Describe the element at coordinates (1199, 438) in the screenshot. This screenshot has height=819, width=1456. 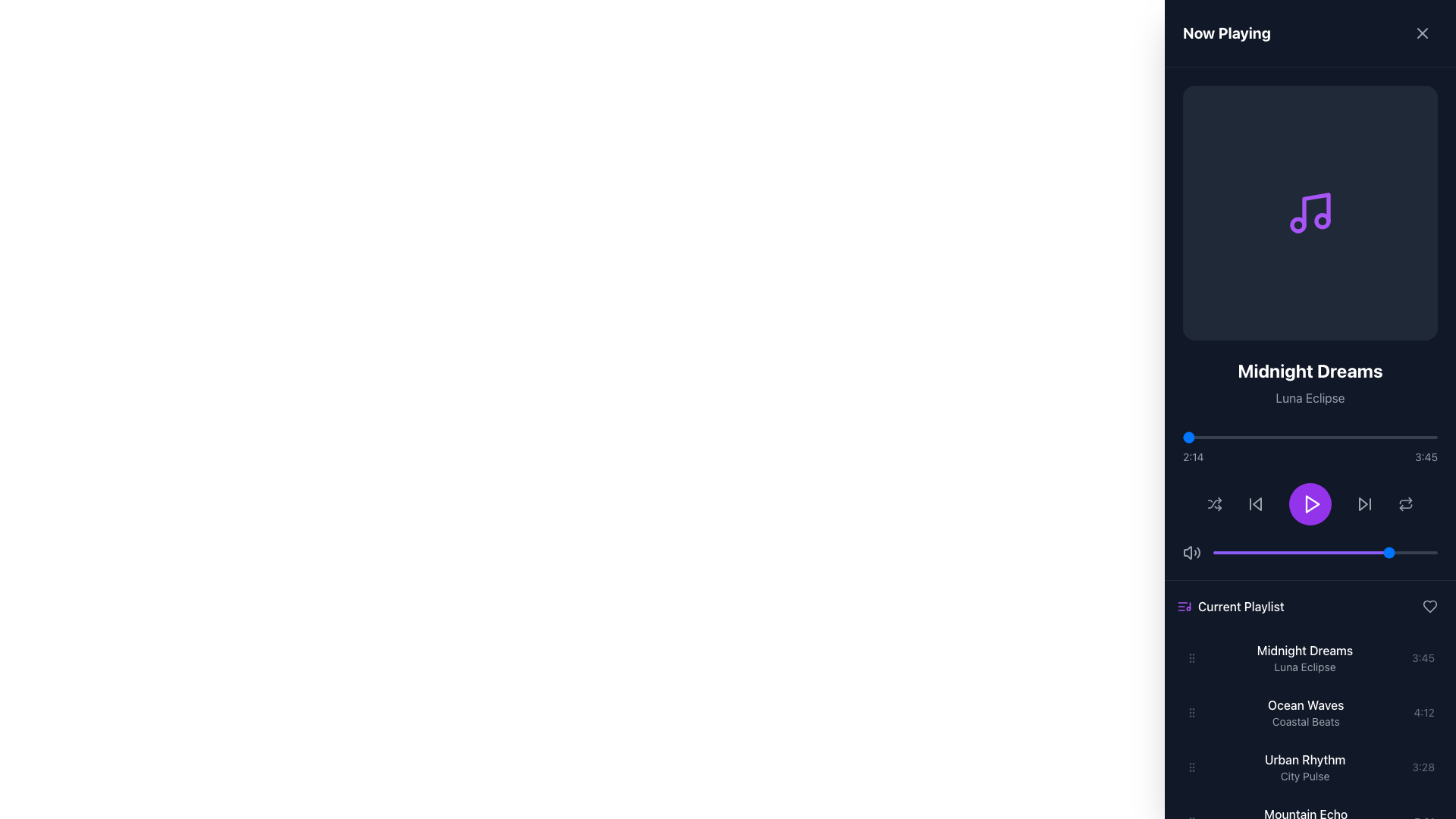
I see `playback position` at that location.